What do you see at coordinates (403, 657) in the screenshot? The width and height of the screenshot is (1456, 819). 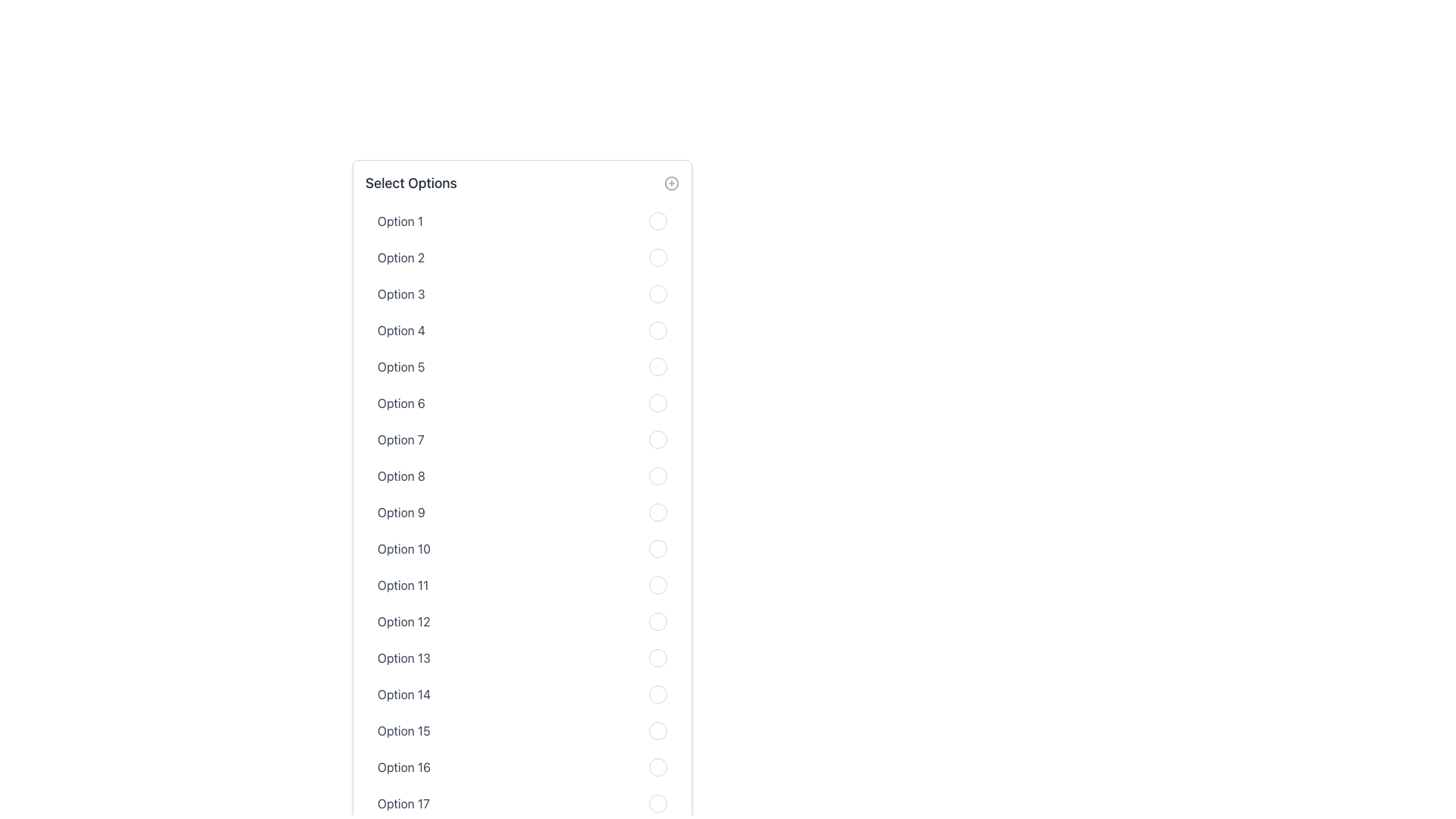 I see `the text label 'Option 13' which describes the corresponding selectable option in the list under 'Select Options'` at bounding box center [403, 657].